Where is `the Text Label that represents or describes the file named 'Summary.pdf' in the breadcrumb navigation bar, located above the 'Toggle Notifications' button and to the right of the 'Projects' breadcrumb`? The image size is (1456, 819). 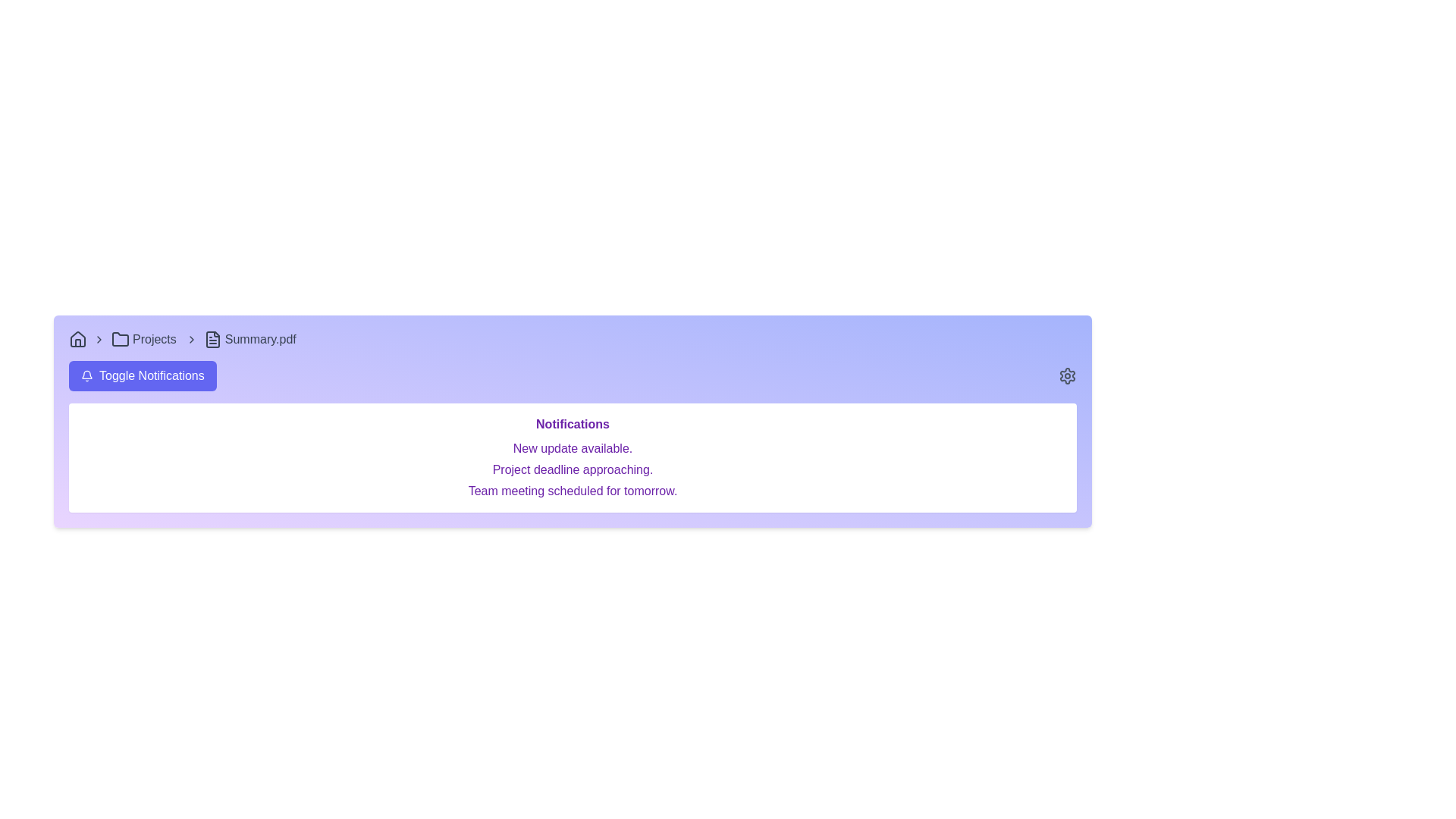
the Text Label that represents or describes the file named 'Summary.pdf' in the breadcrumb navigation bar, located above the 'Toggle Notifications' button and to the right of the 'Projects' breadcrumb is located at coordinates (260, 338).